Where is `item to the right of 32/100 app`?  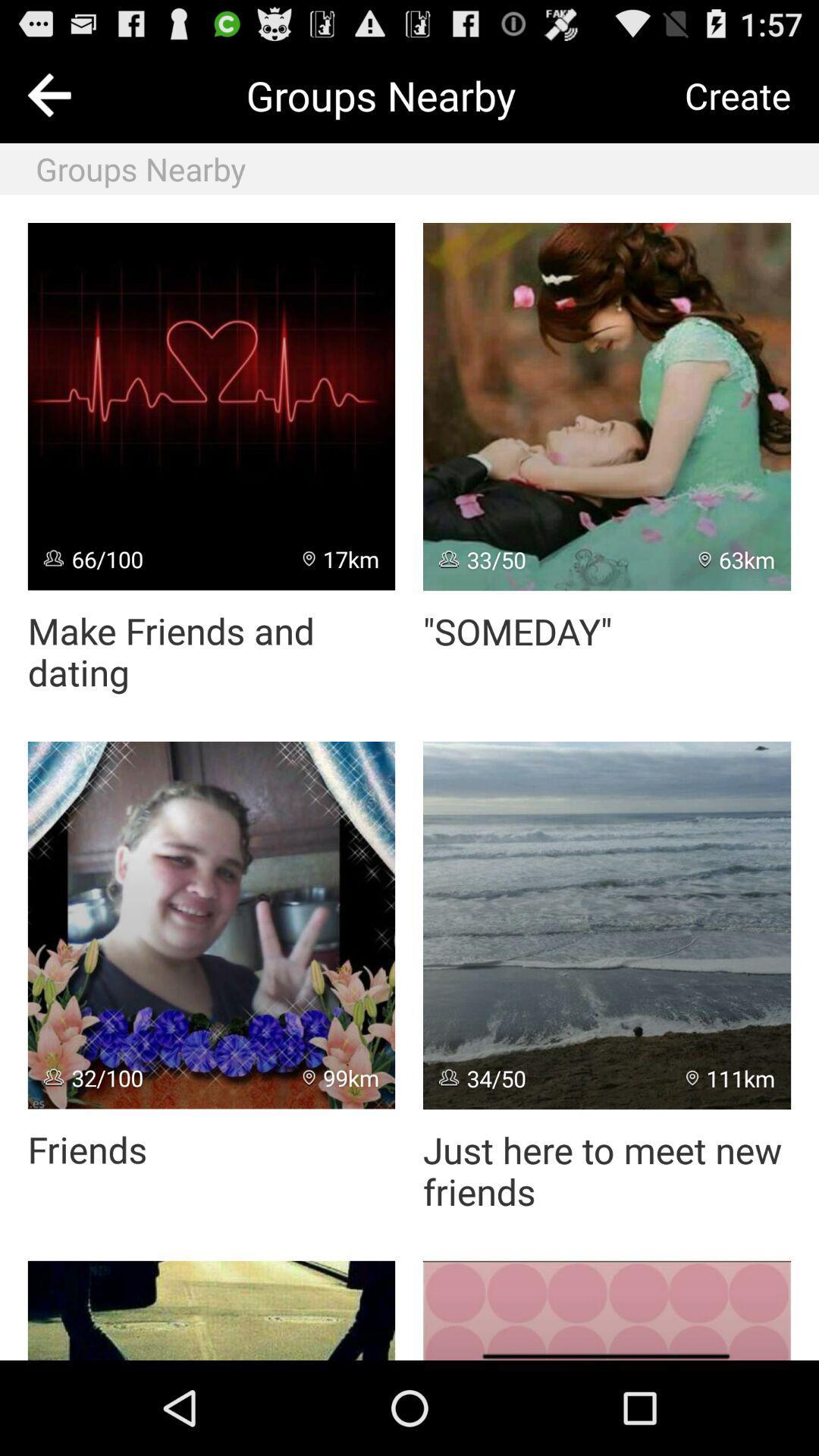 item to the right of 32/100 app is located at coordinates (341, 1077).